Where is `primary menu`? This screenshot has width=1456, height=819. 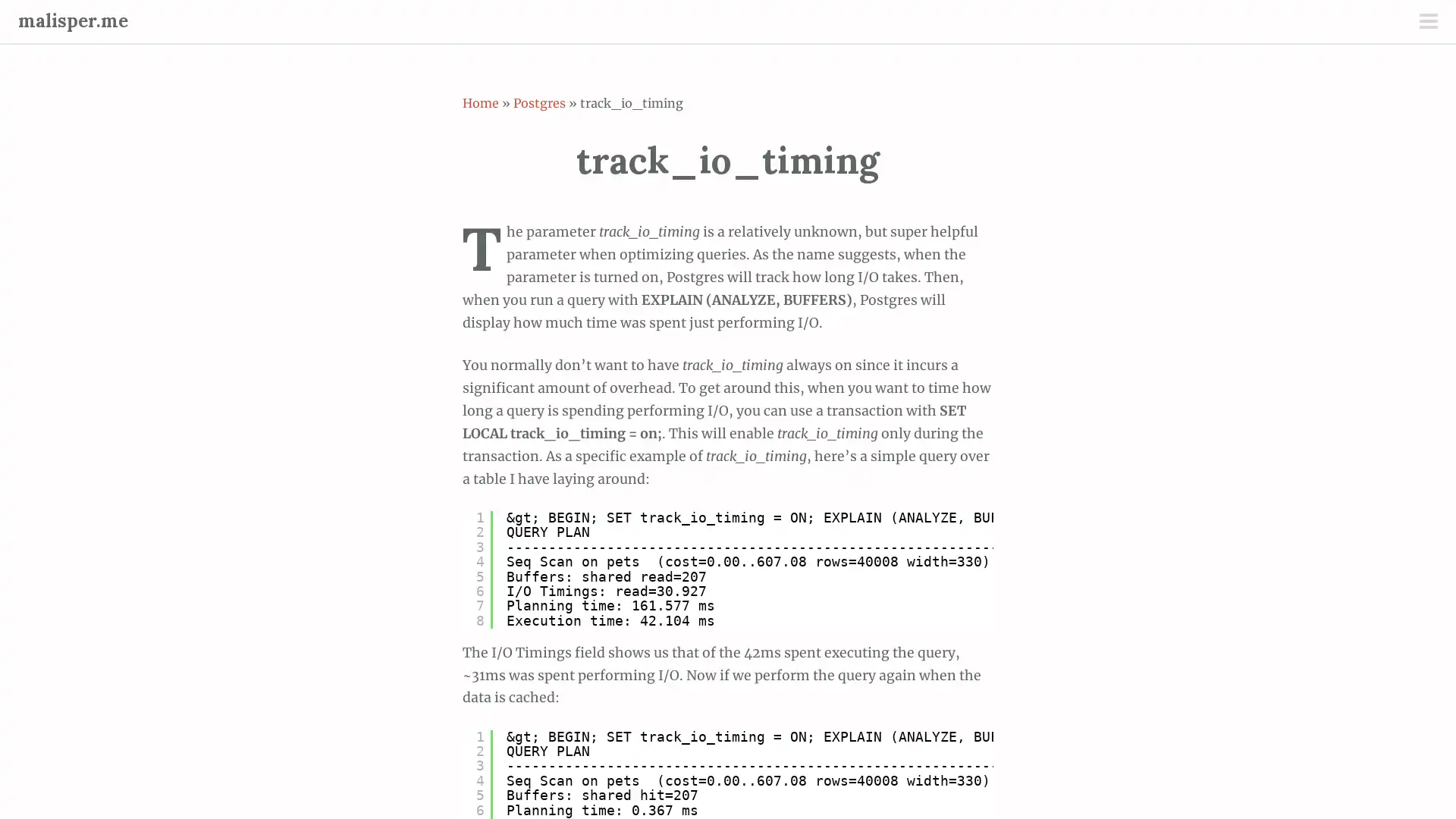 primary menu is located at coordinates (1427, 23).